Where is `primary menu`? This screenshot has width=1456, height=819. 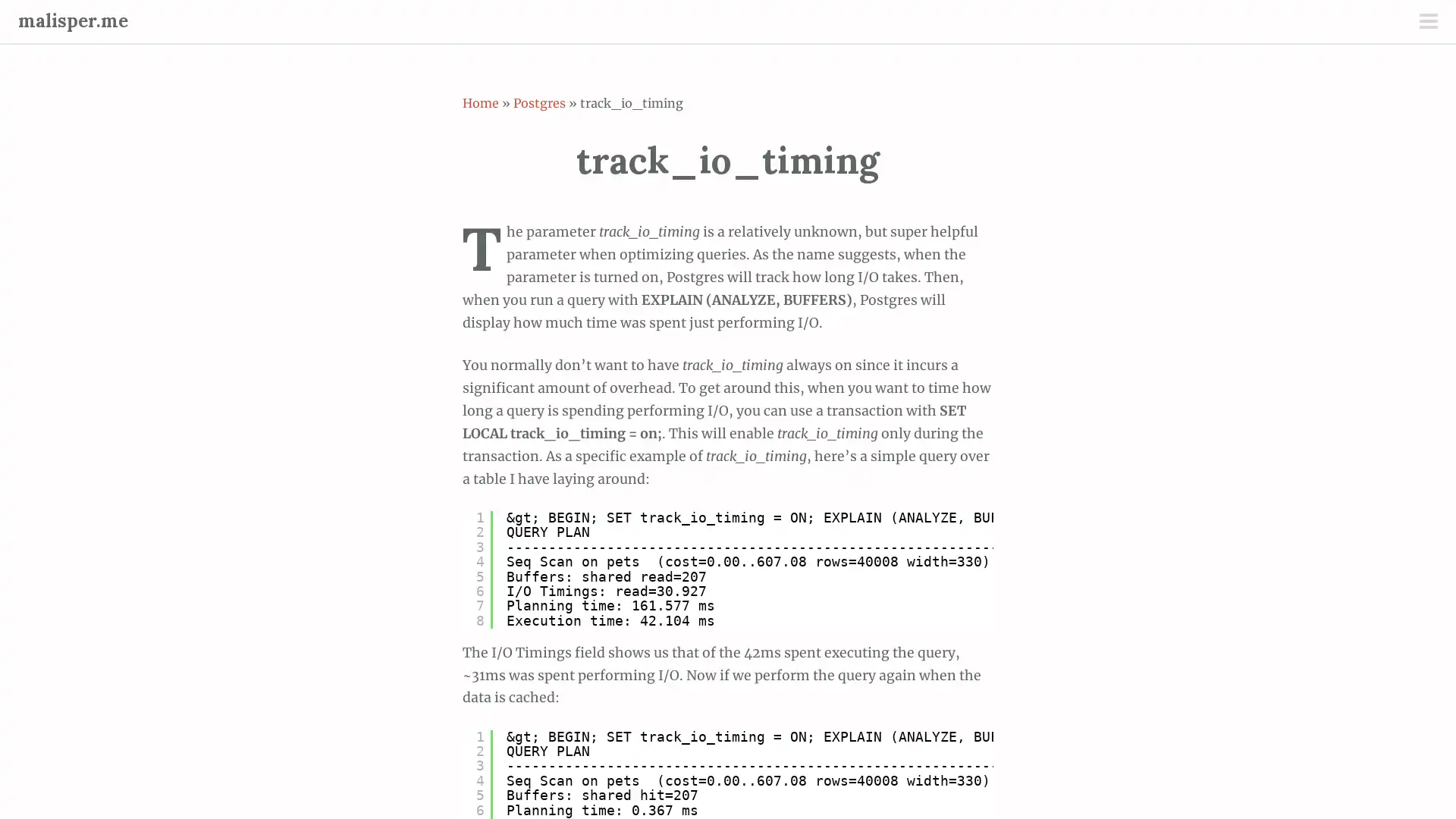 primary menu is located at coordinates (1427, 23).